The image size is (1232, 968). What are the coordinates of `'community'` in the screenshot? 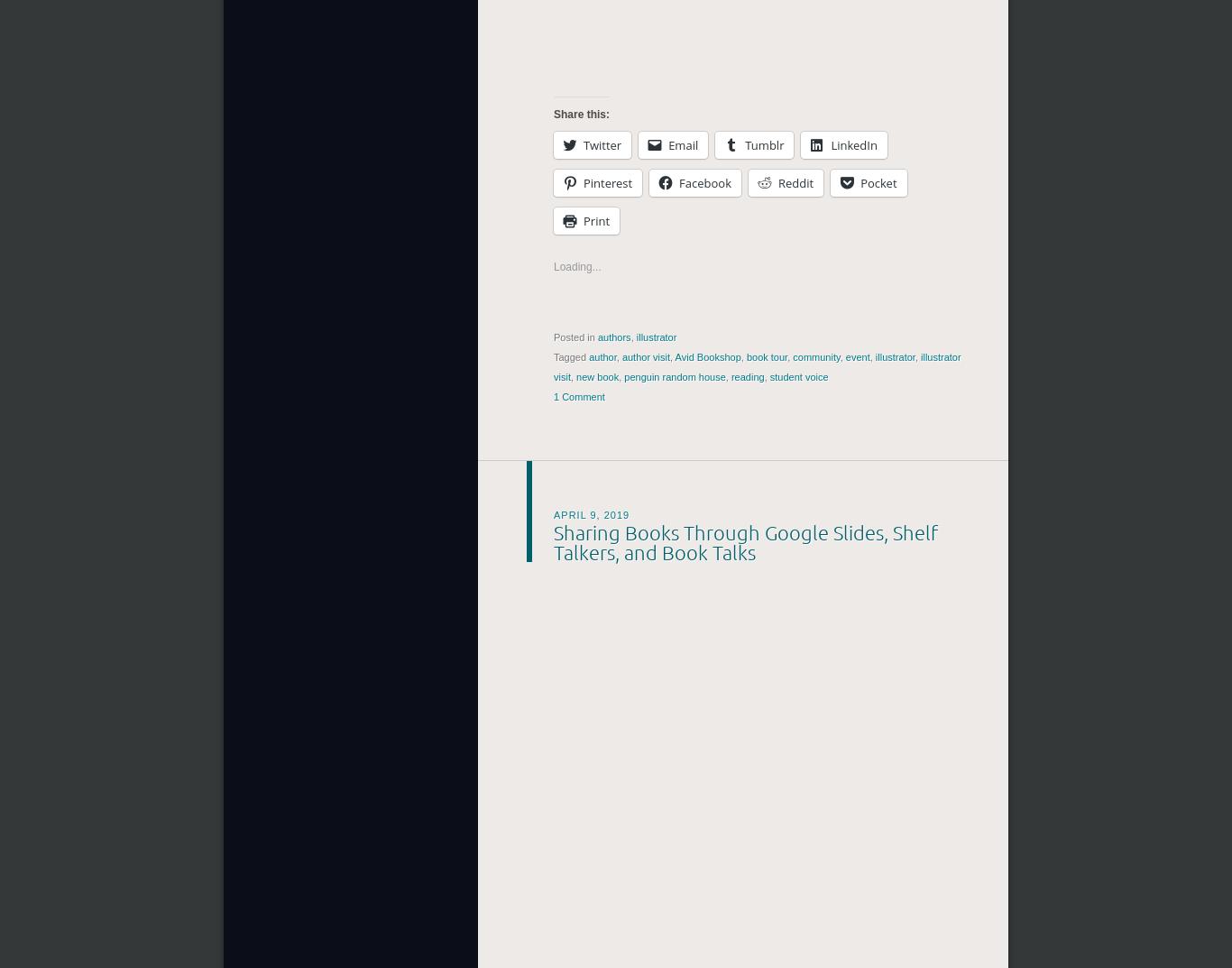 It's located at (814, 356).